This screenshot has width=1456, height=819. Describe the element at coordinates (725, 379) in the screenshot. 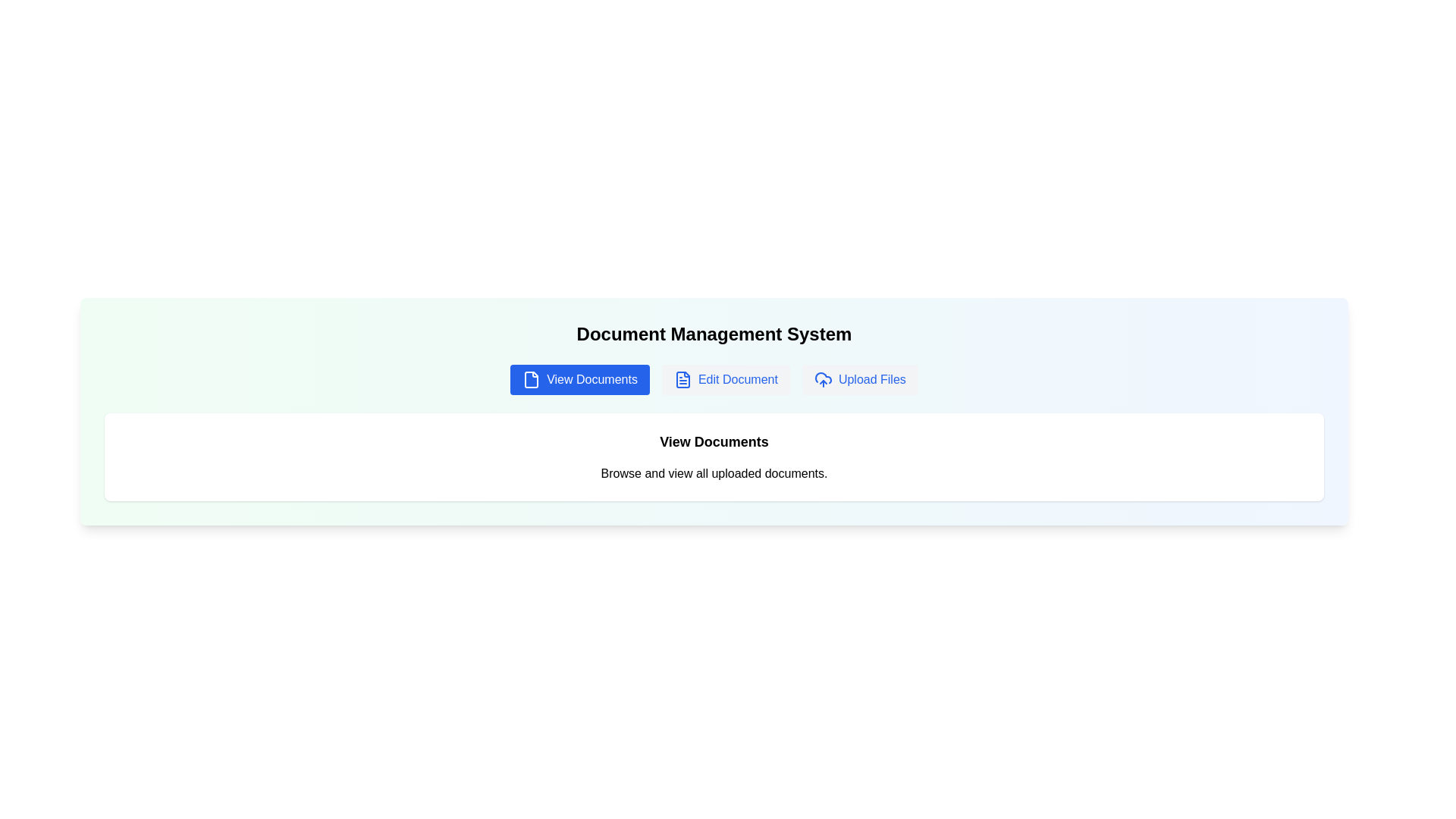

I see `the Edit Document tab to interact with it` at that location.